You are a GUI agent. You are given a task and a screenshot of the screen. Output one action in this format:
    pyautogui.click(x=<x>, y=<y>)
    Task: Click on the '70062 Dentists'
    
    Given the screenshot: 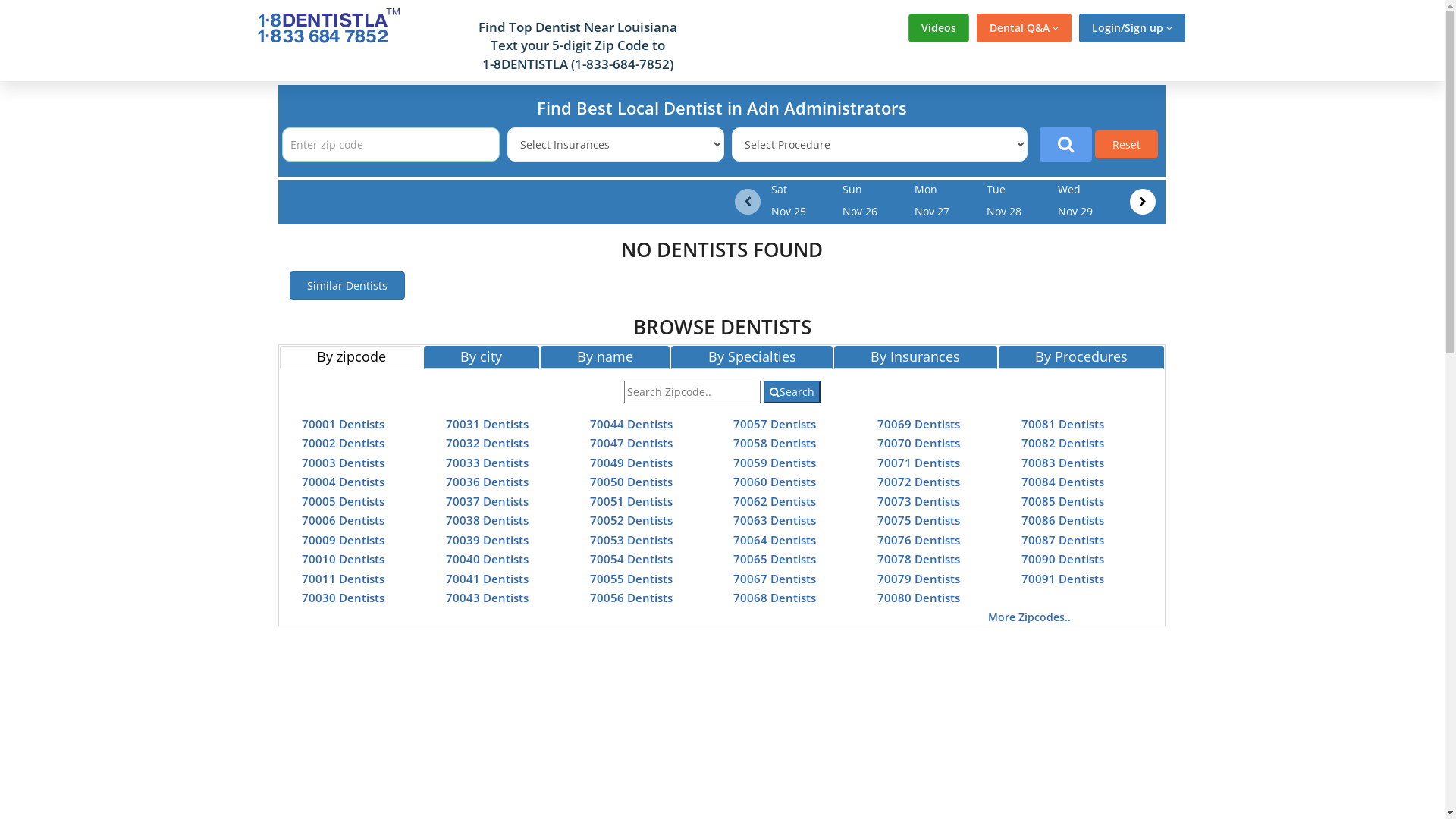 What is the action you would take?
    pyautogui.click(x=774, y=500)
    